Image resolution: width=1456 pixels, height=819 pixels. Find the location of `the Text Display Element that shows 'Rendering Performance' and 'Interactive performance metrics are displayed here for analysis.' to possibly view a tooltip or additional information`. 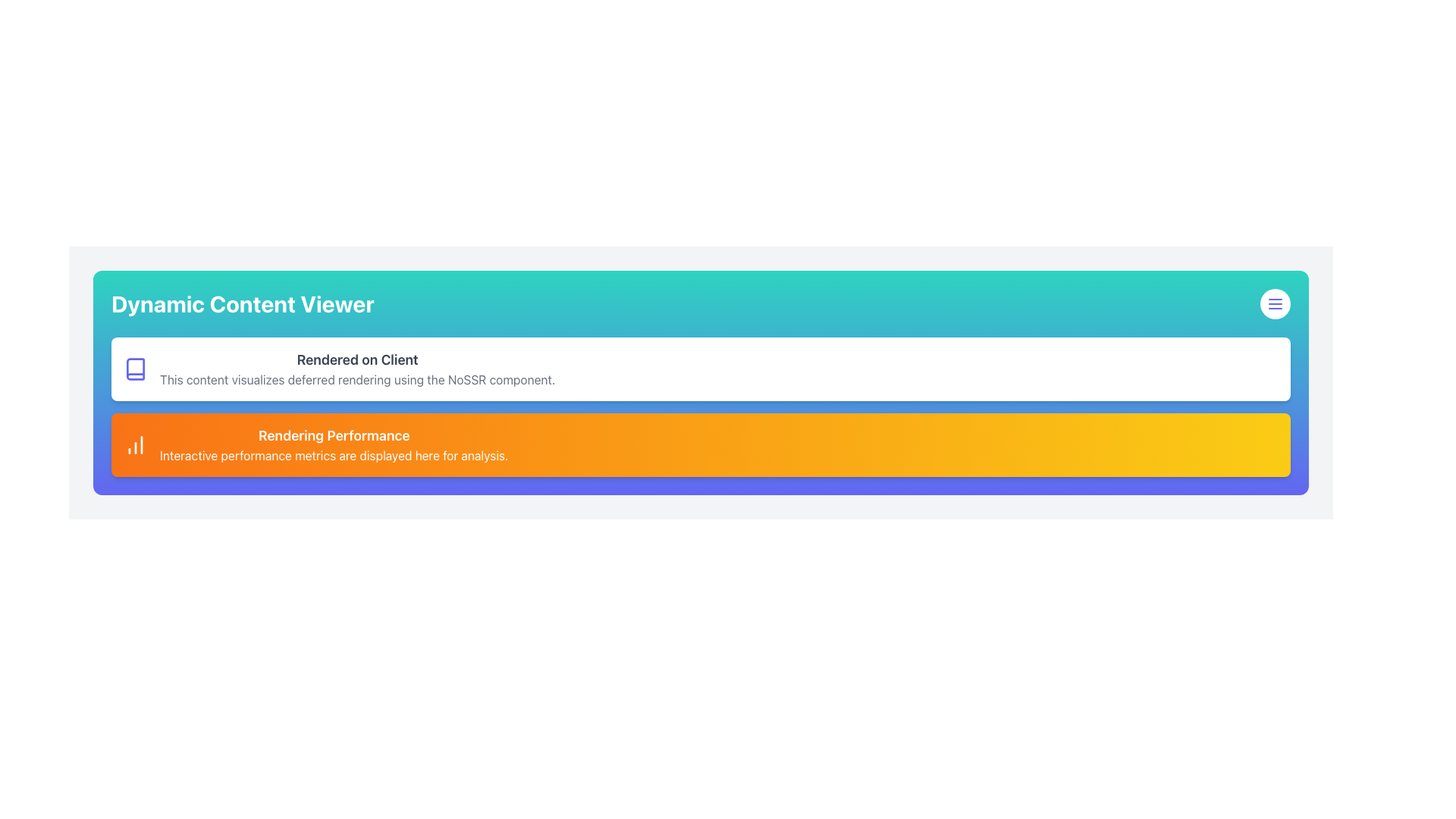

the Text Display Element that shows 'Rendering Performance' and 'Interactive performance metrics are displayed here for analysis.' to possibly view a tooltip or additional information is located at coordinates (333, 444).